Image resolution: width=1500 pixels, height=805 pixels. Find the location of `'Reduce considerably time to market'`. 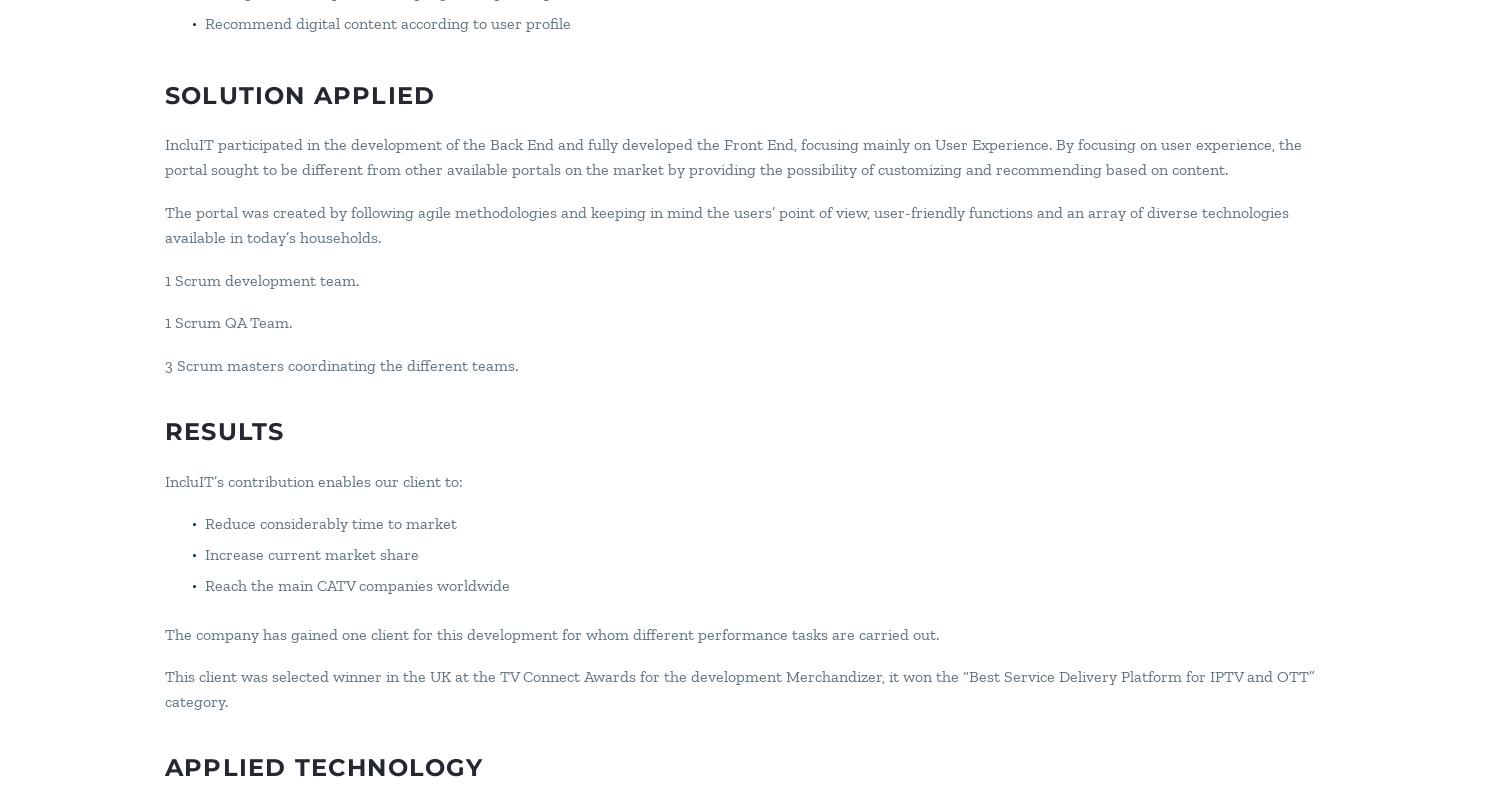

'Reduce considerably time to market' is located at coordinates (330, 522).